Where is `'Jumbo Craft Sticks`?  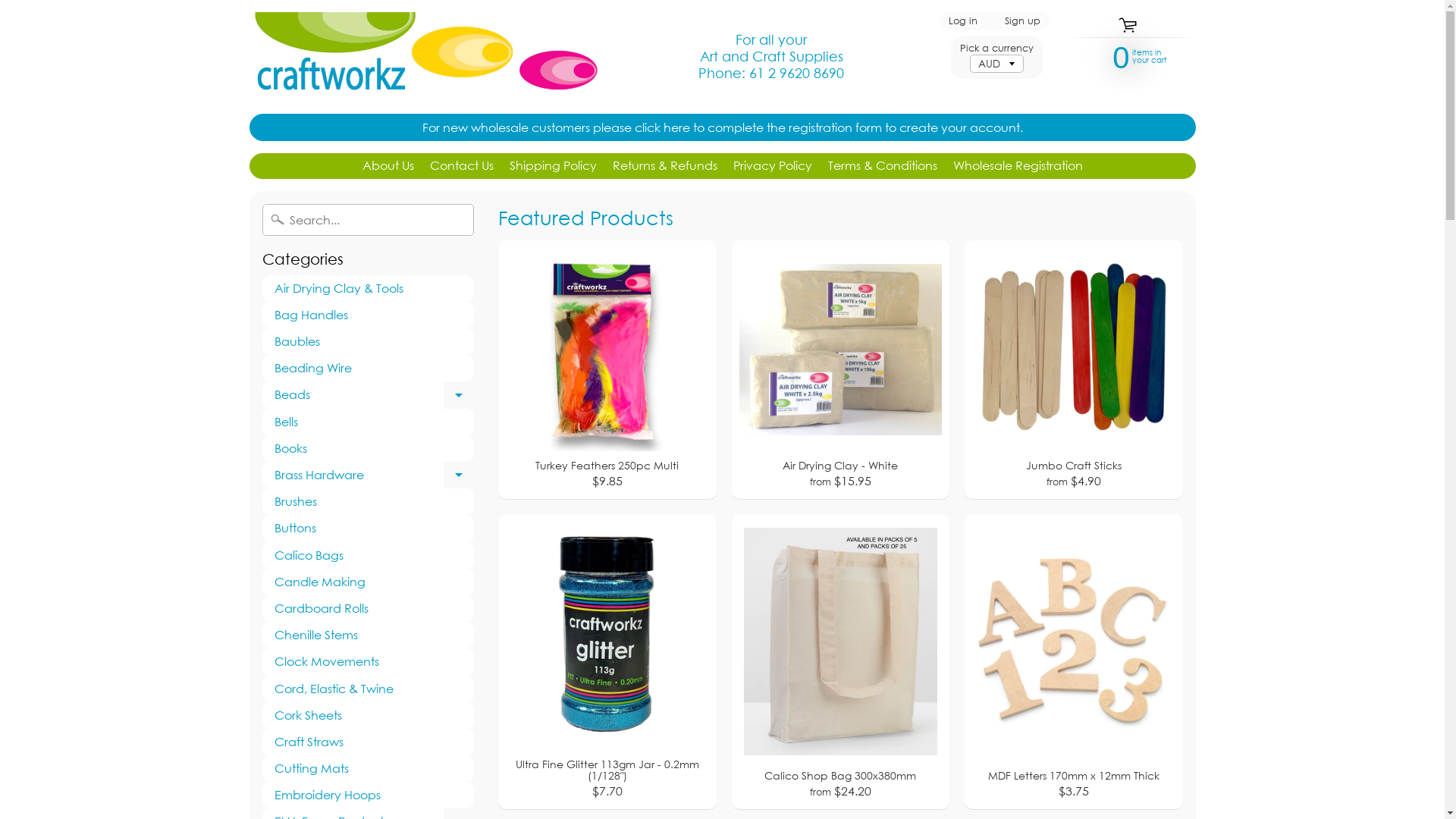
'Jumbo Craft Sticks is located at coordinates (1073, 369).